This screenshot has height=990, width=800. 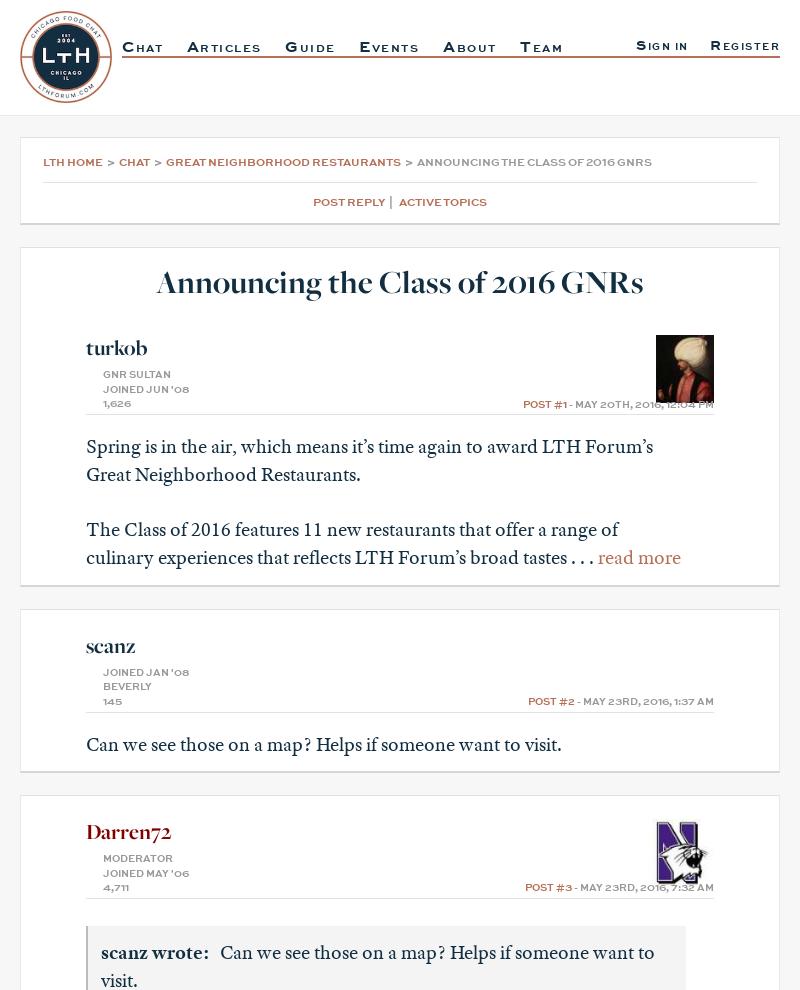 I want to click on '|', so click(x=391, y=201).